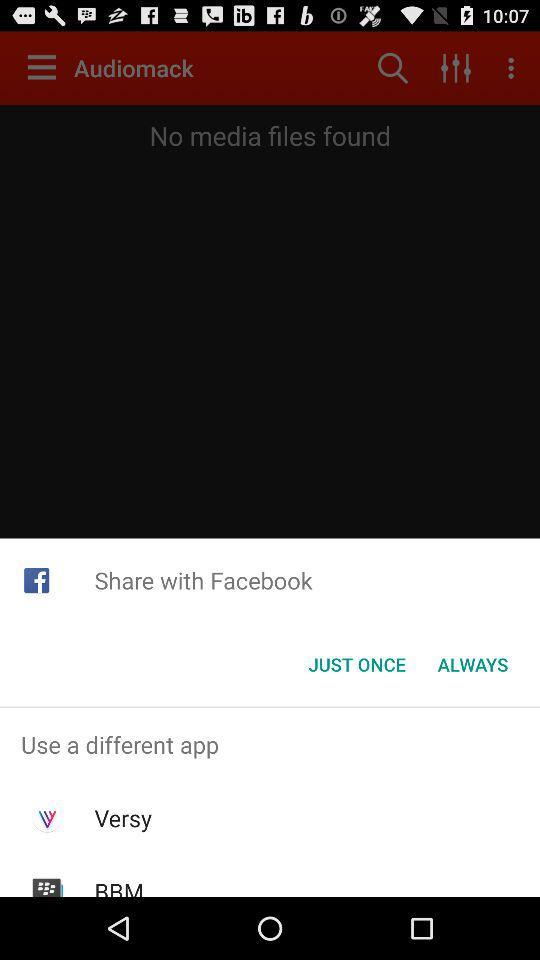 Image resolution: width=540 pixels, height=960 pixels. What do you see at coordinates (123, 818) in the screenshot?
I see `item below use a different app` at bounding box center [123, 818].